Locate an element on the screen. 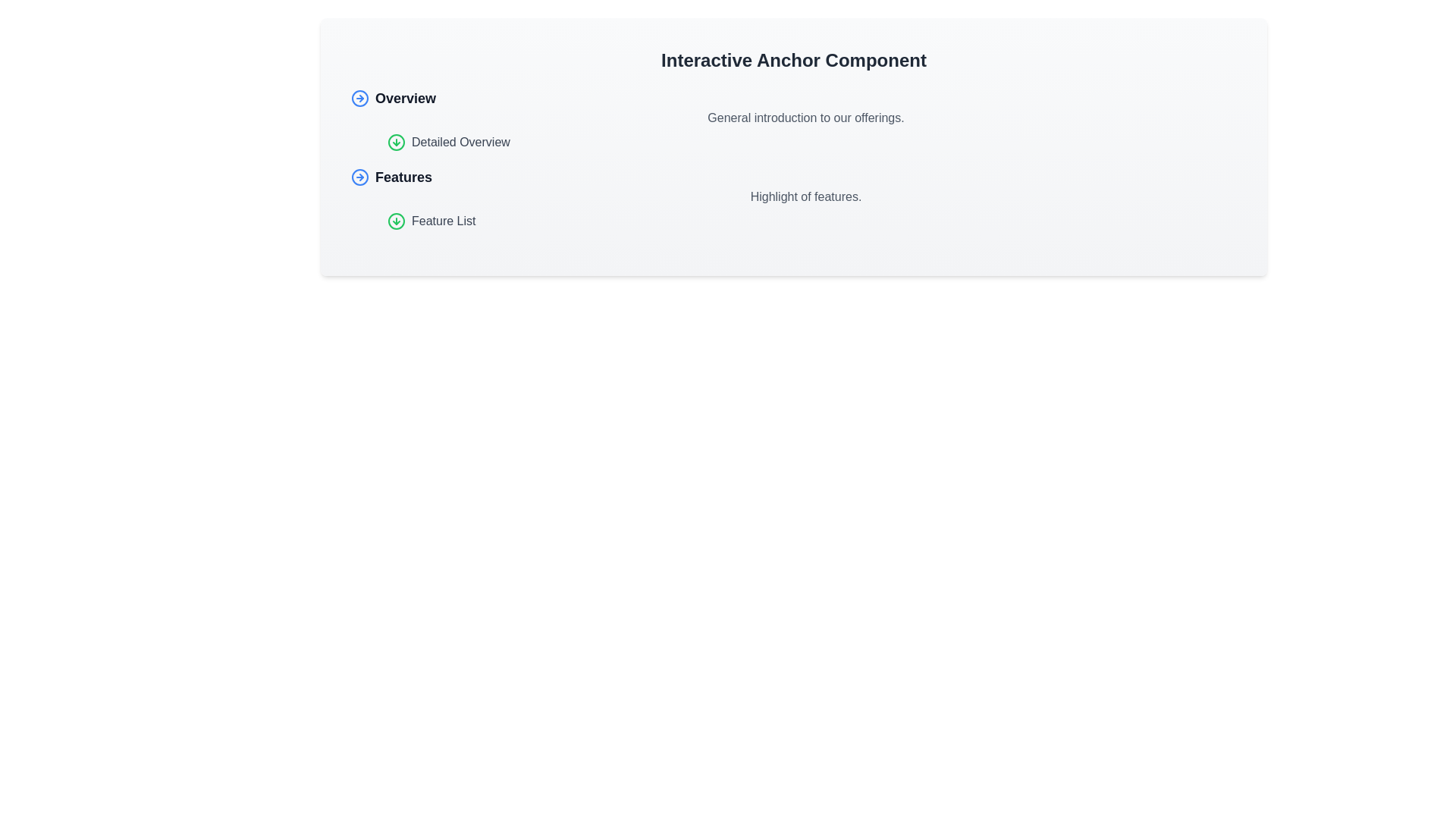 The width and height of the screenshot is (1456, 819). the interactive icon located directly to the left of the 'Detailed Overview' text in the navigation menu is located at coordinates (397, 143).